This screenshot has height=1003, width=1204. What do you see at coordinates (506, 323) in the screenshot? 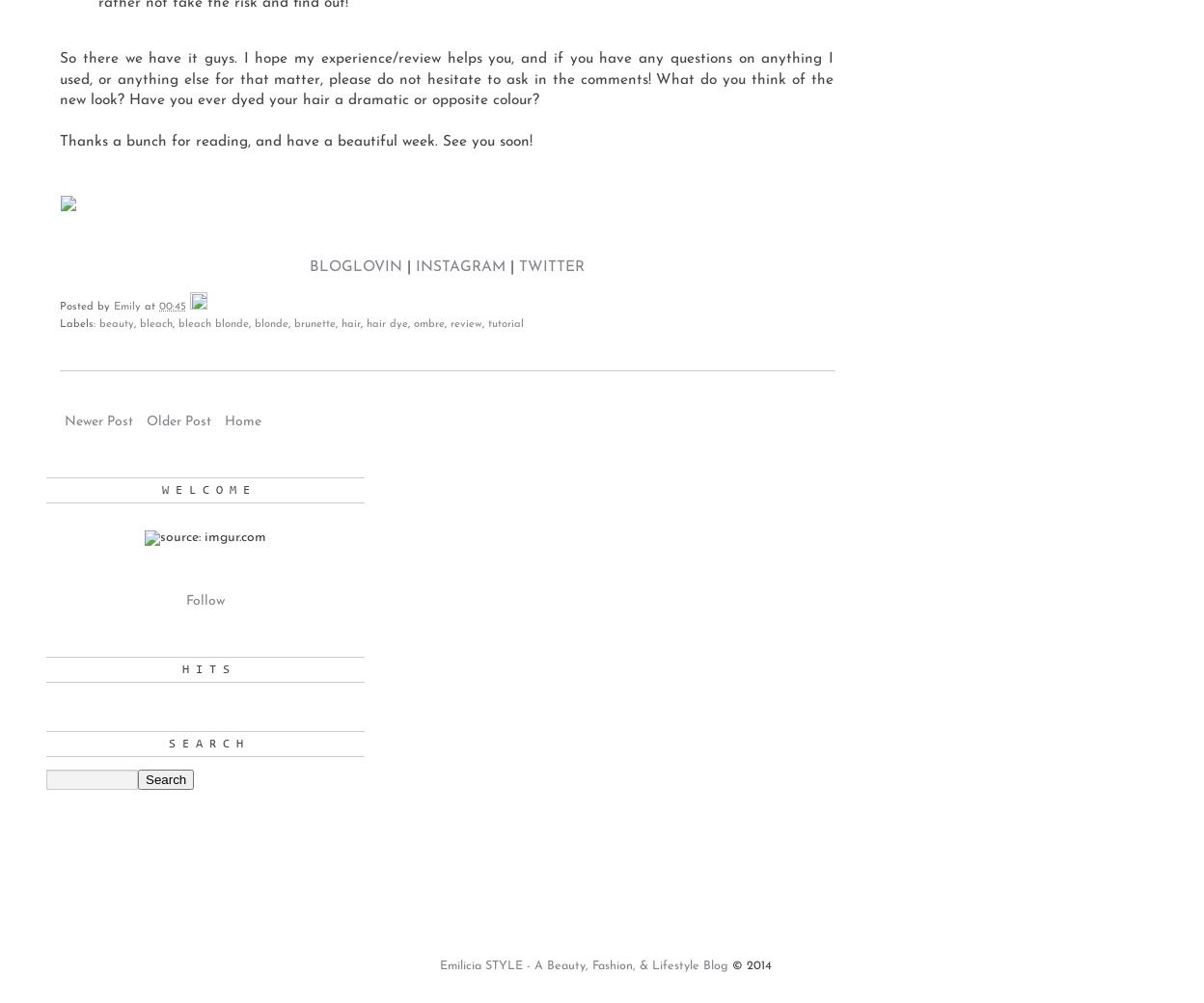
I see `'tutorial'` at bounding box center [506, 323].